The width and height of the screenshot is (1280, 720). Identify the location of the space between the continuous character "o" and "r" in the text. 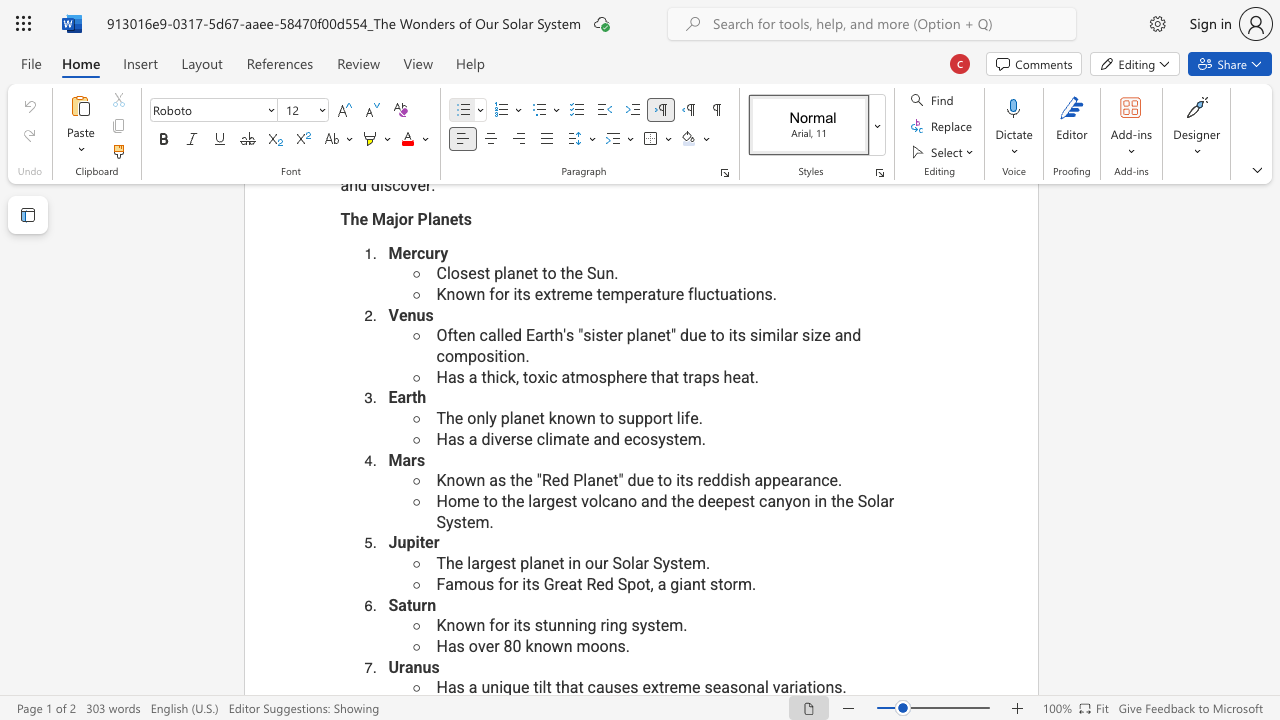
(503, 624).